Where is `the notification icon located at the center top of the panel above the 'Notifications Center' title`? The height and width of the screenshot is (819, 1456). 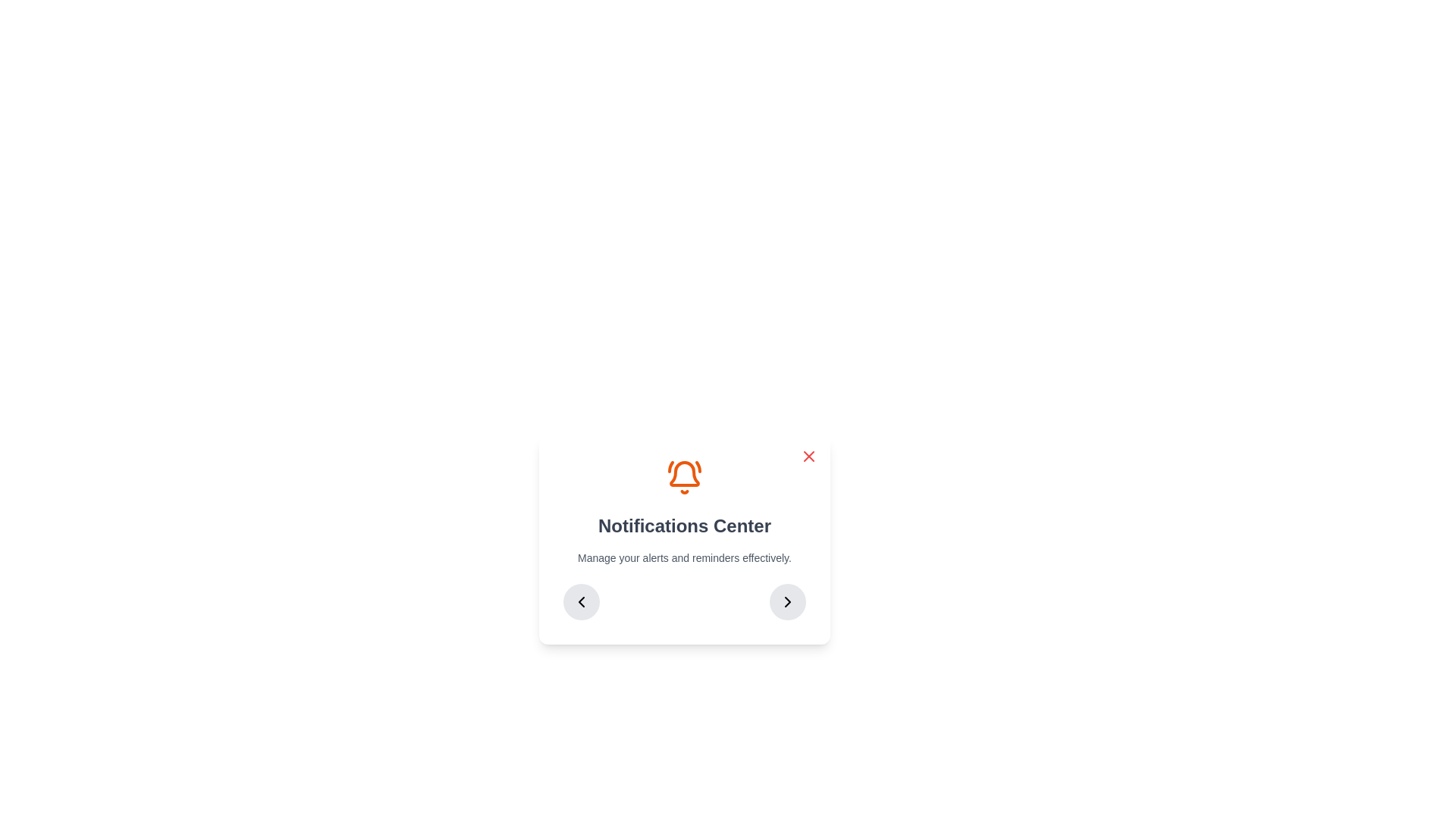
the notification icon located at the center top of the panel above the 'Notifications Center' title is located at coordinates (683, 476).